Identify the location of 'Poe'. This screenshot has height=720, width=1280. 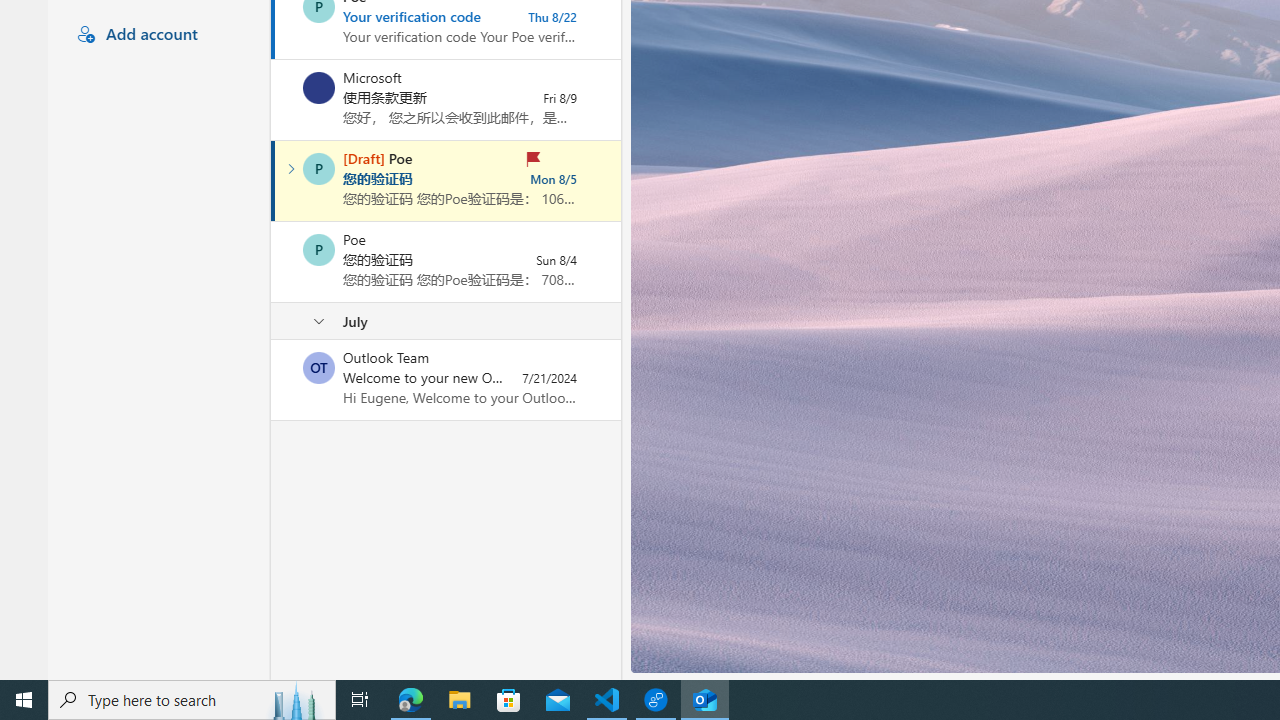
(318, 248).